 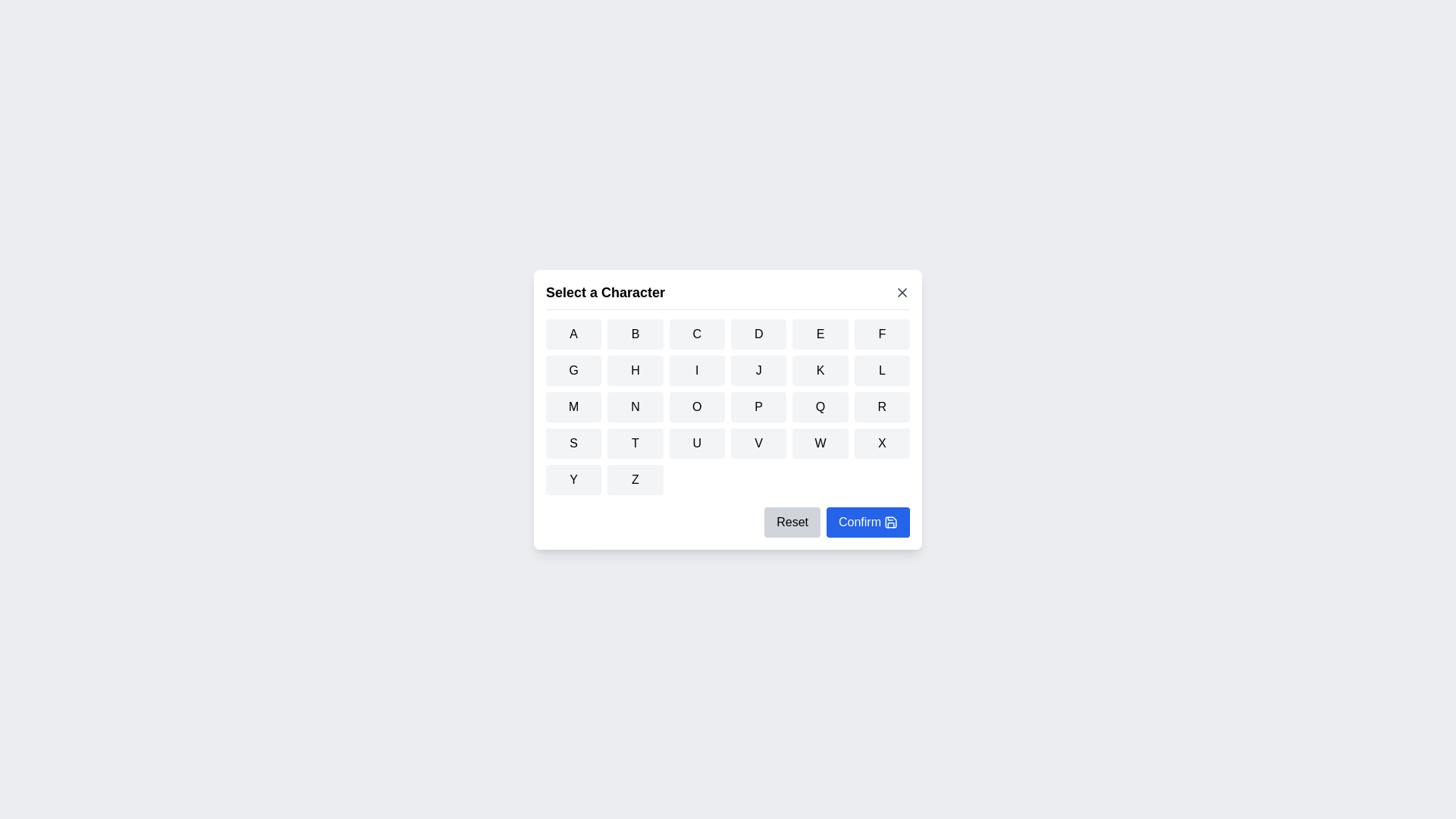 What do you see at coordinates (792, 520) in the screenshot?
I see `'Reset' button to reset the selected character` at bounding box center [792, 520].